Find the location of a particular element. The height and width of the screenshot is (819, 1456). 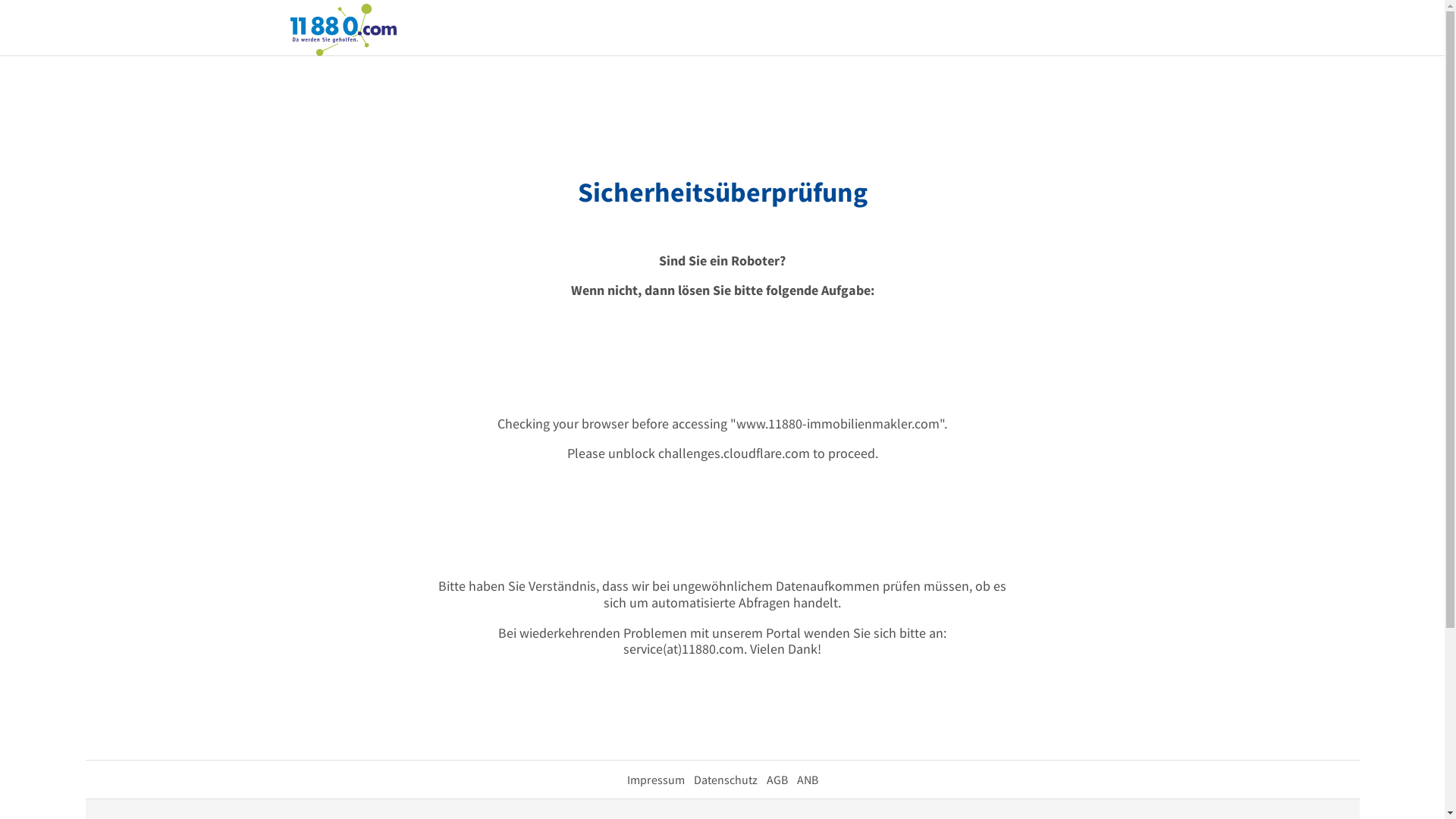

'Impressum' is located at coordinates (626, 780).